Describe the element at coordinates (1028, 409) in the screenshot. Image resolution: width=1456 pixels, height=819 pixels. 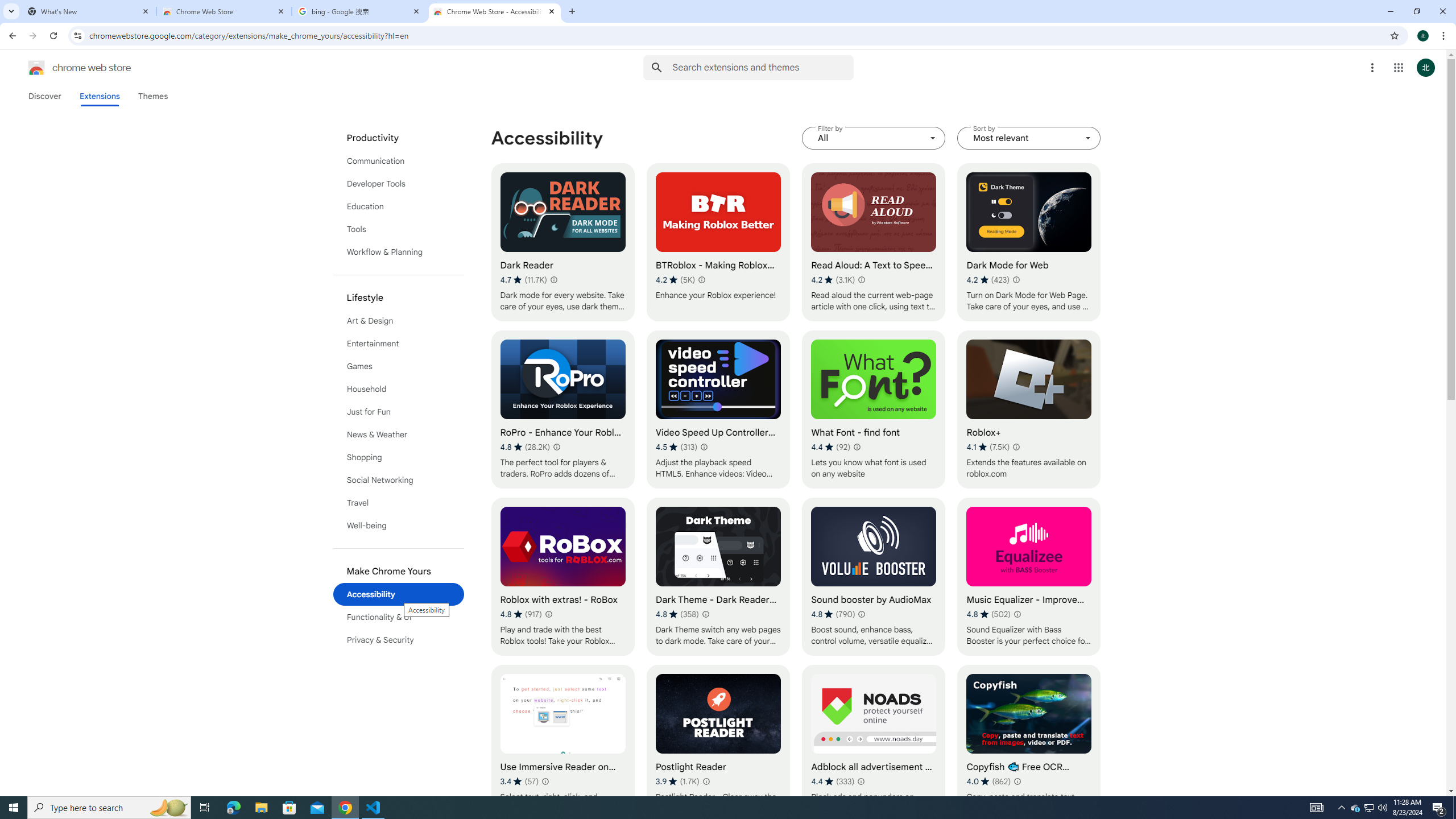
I see `'Roblox+'` at that location.